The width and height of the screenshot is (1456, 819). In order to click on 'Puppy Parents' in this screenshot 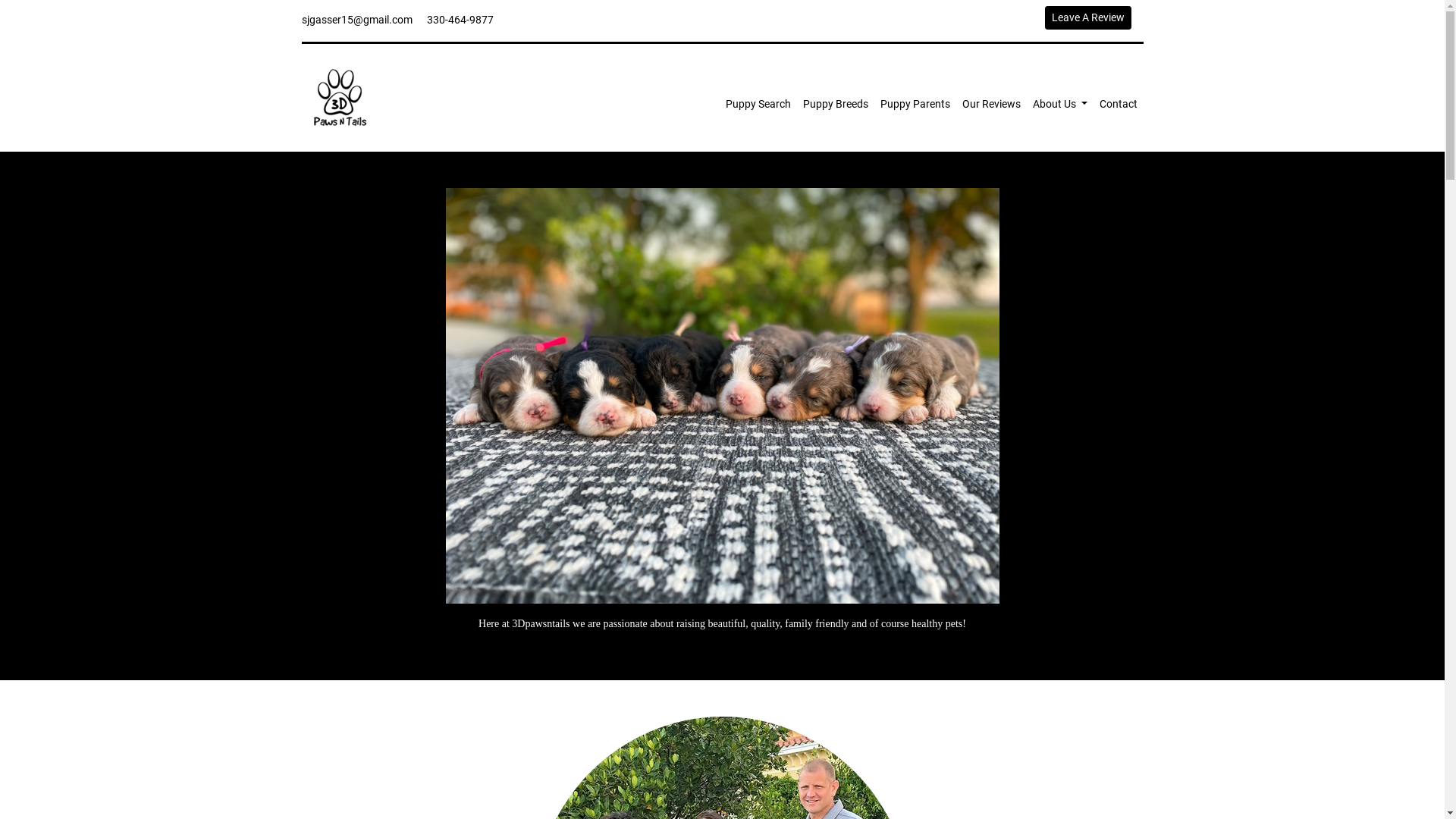, I will do `click(874, 102)`.